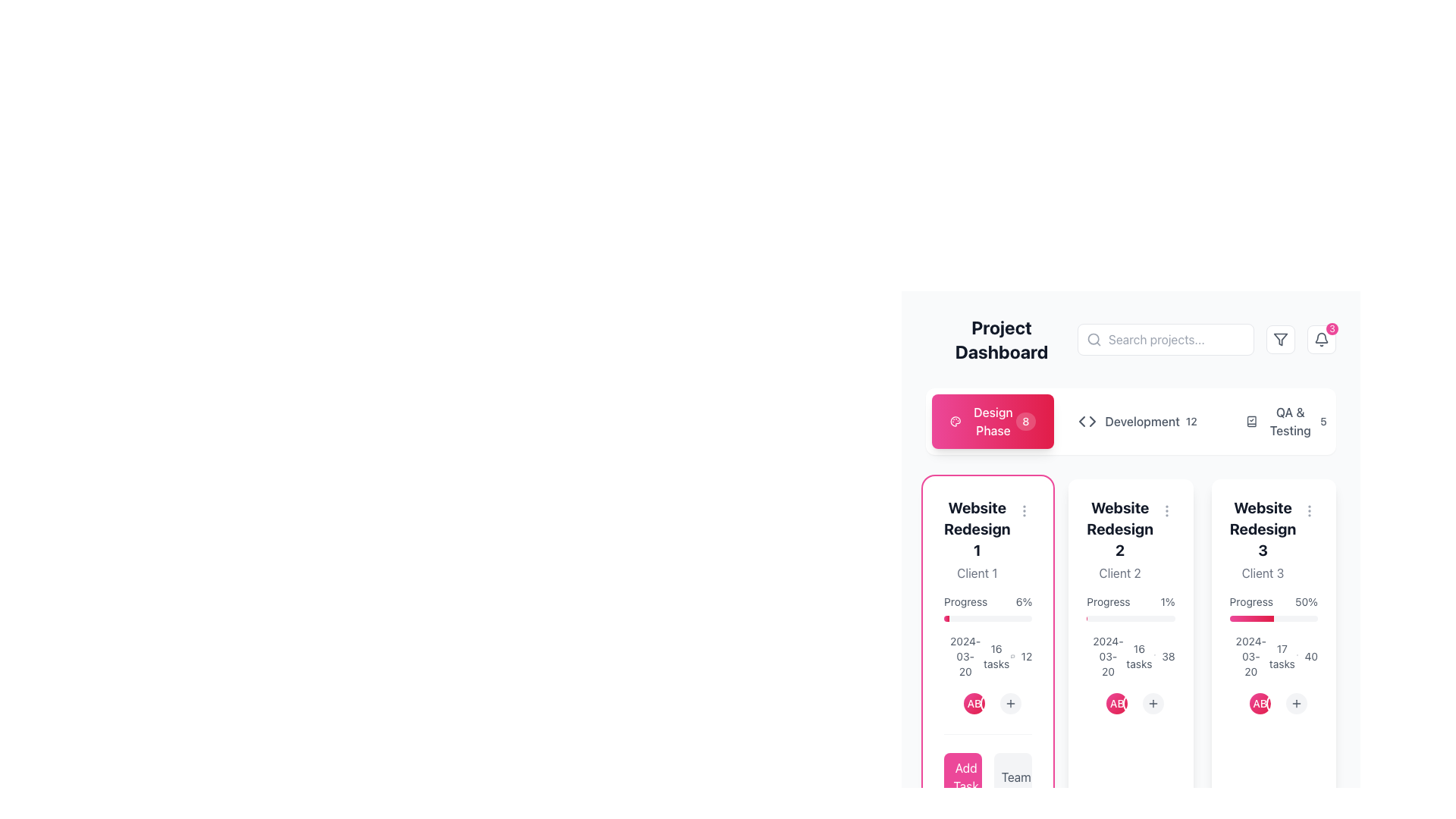 The image size is (1456, 819). I want to click on the second circular badge featuring 'AB' in white on a pink to rose gradient background, which is centrally aligned in the top row of badges, so click(1260, 704).